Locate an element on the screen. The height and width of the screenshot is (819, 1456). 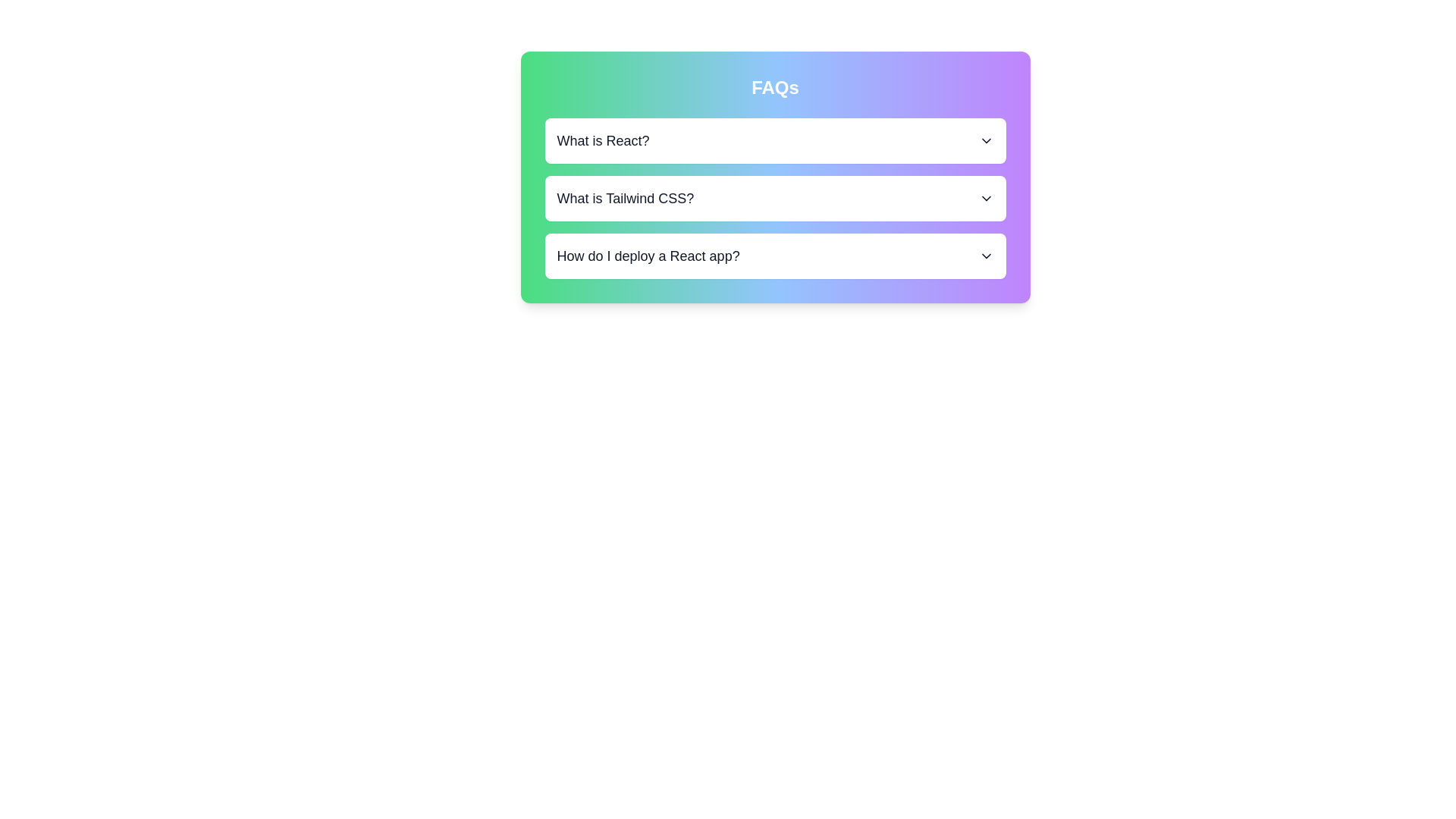
text label that says 'What is Tailwind CSS?' located in the FAQ section, positioned between 'What is React?' and 'How do I deploy a React app?' is located at coordinates (625, 198).